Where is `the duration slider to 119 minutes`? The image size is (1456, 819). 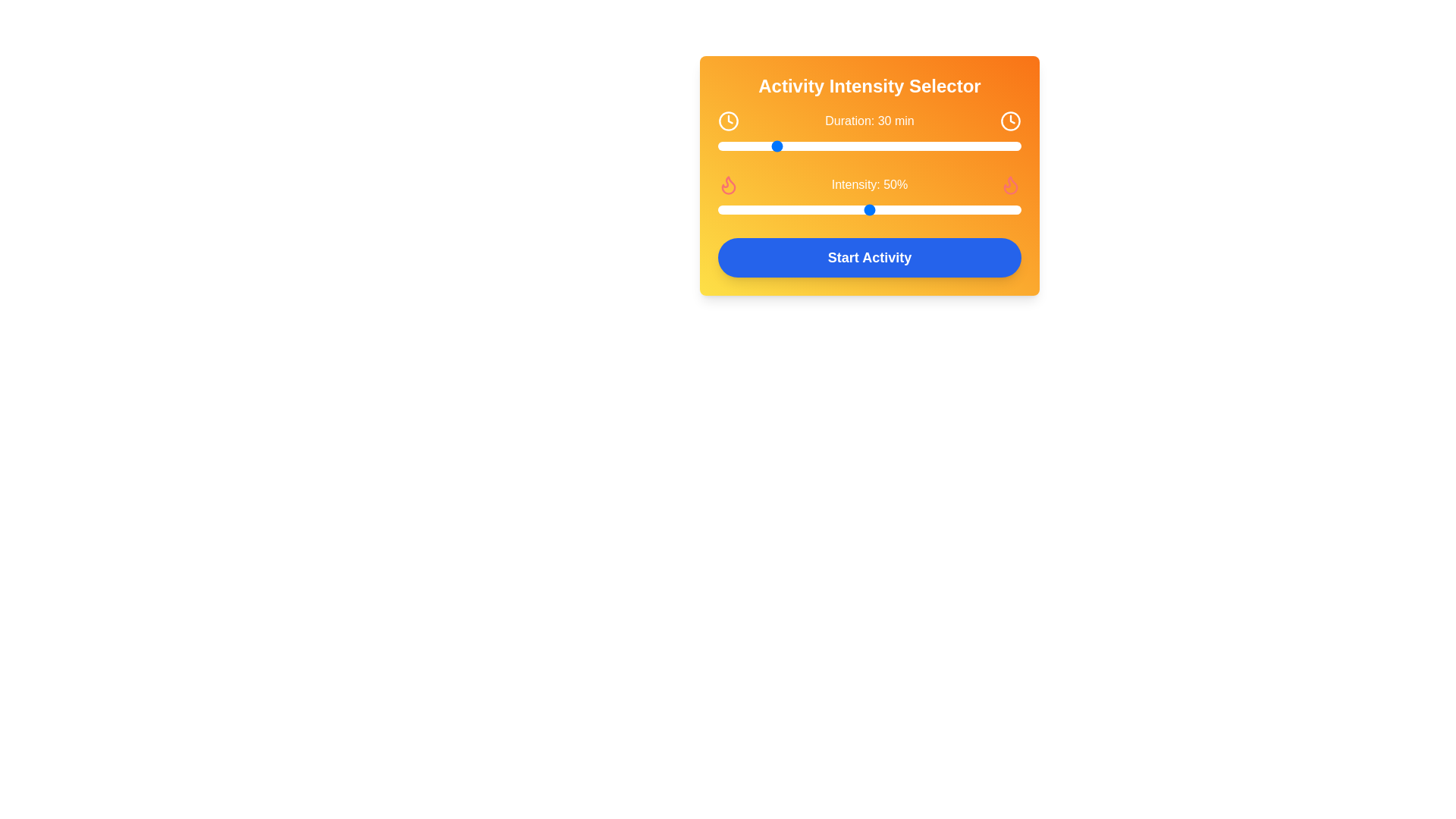 the duration slider to 119 minutes is located at coordinates (1018, 146).